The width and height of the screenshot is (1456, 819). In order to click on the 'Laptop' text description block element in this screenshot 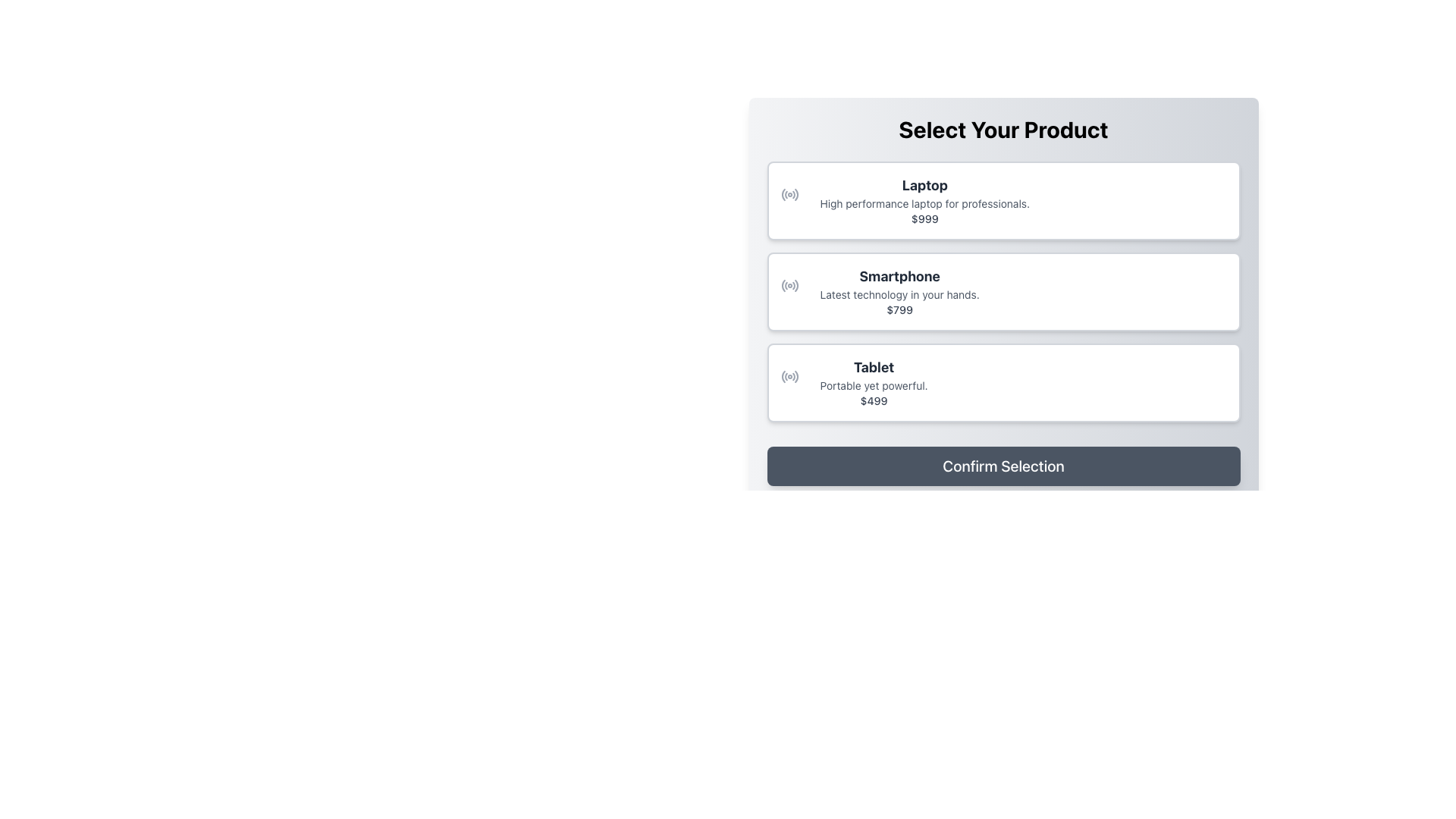, I will do `click(924, 200)`.